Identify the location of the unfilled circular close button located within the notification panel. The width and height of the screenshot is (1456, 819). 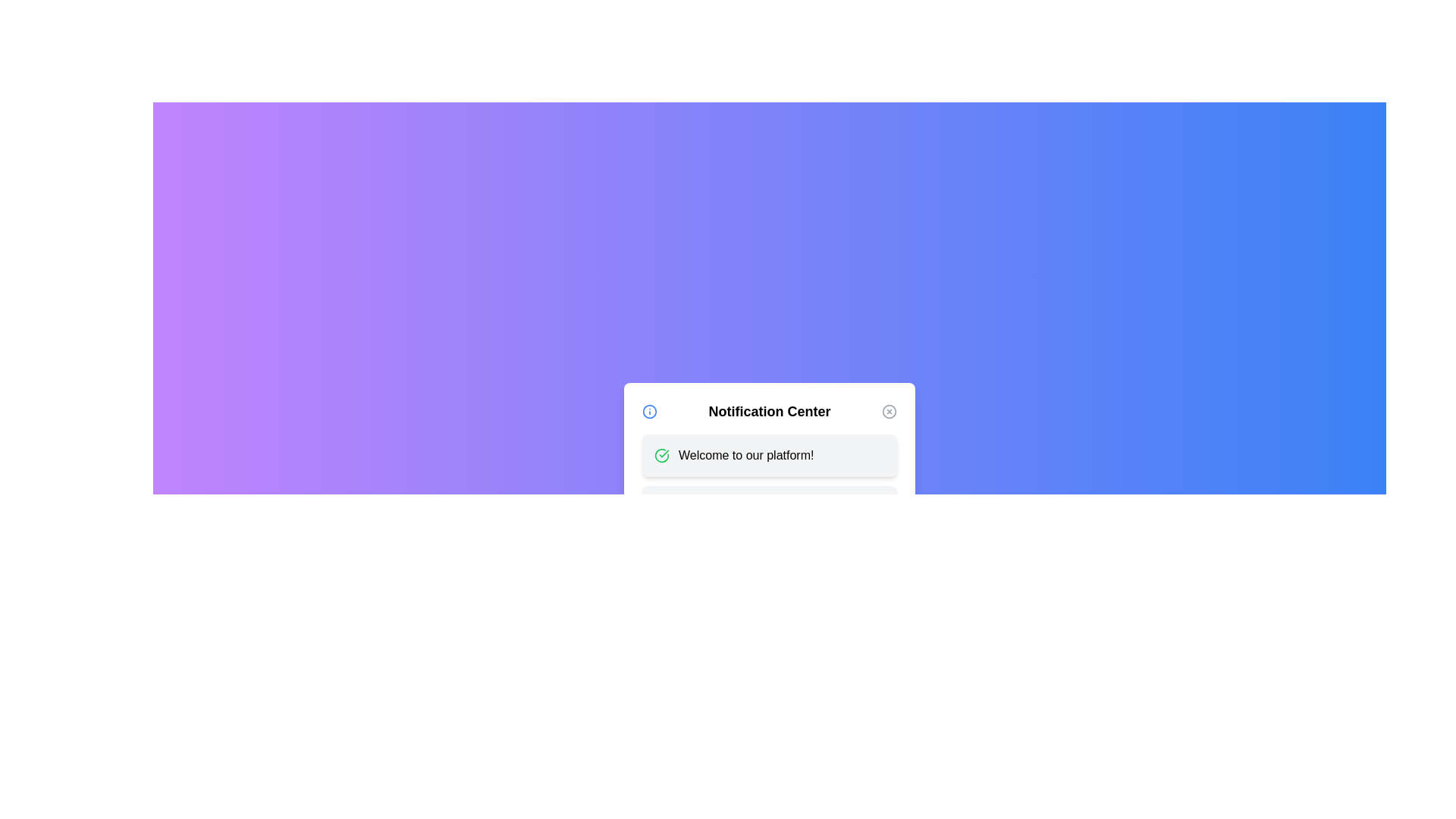
(889, 412).